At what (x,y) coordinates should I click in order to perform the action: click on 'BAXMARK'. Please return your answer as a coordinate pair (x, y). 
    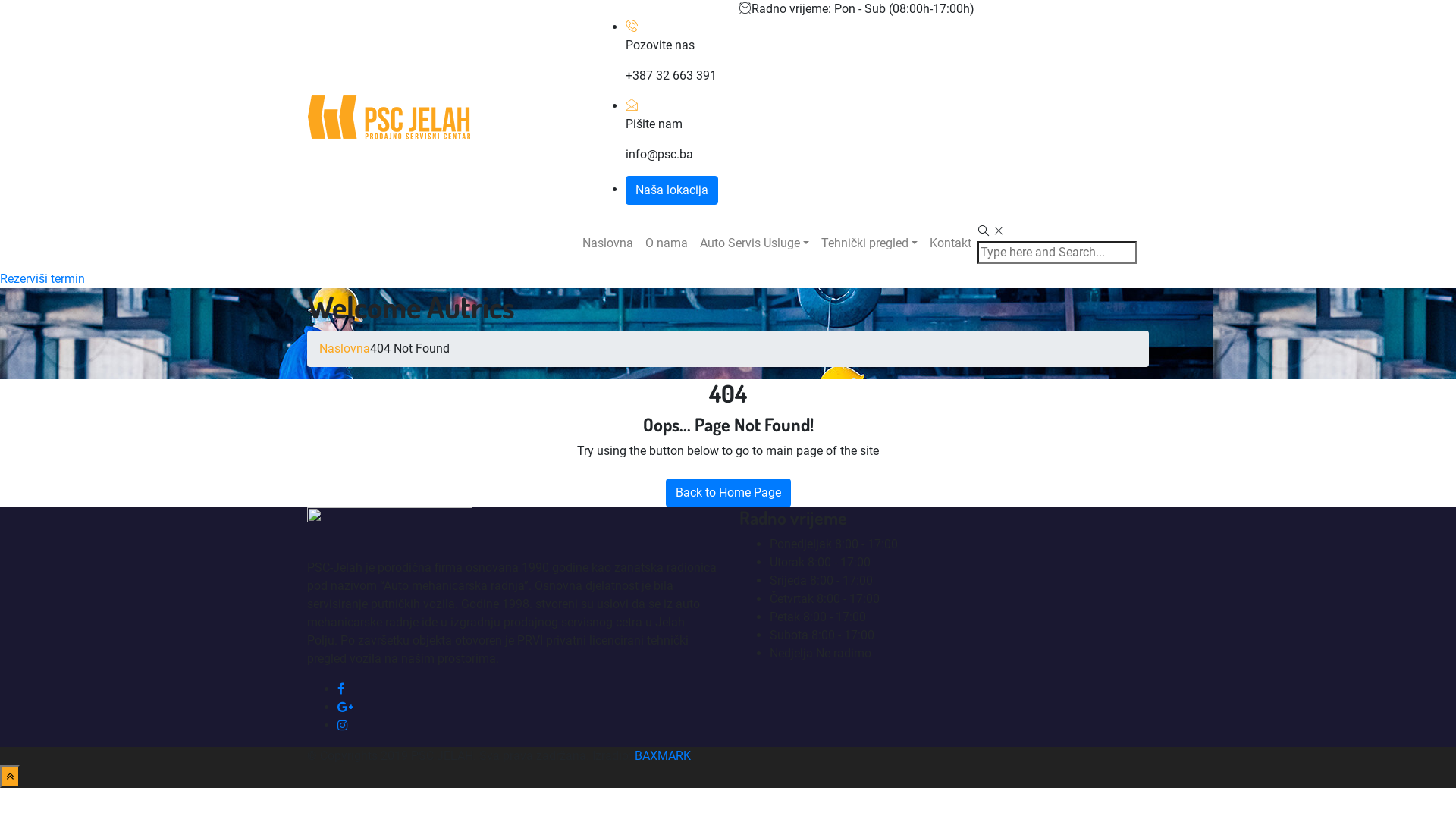
    Looking at the image, I should click on (662, 755).